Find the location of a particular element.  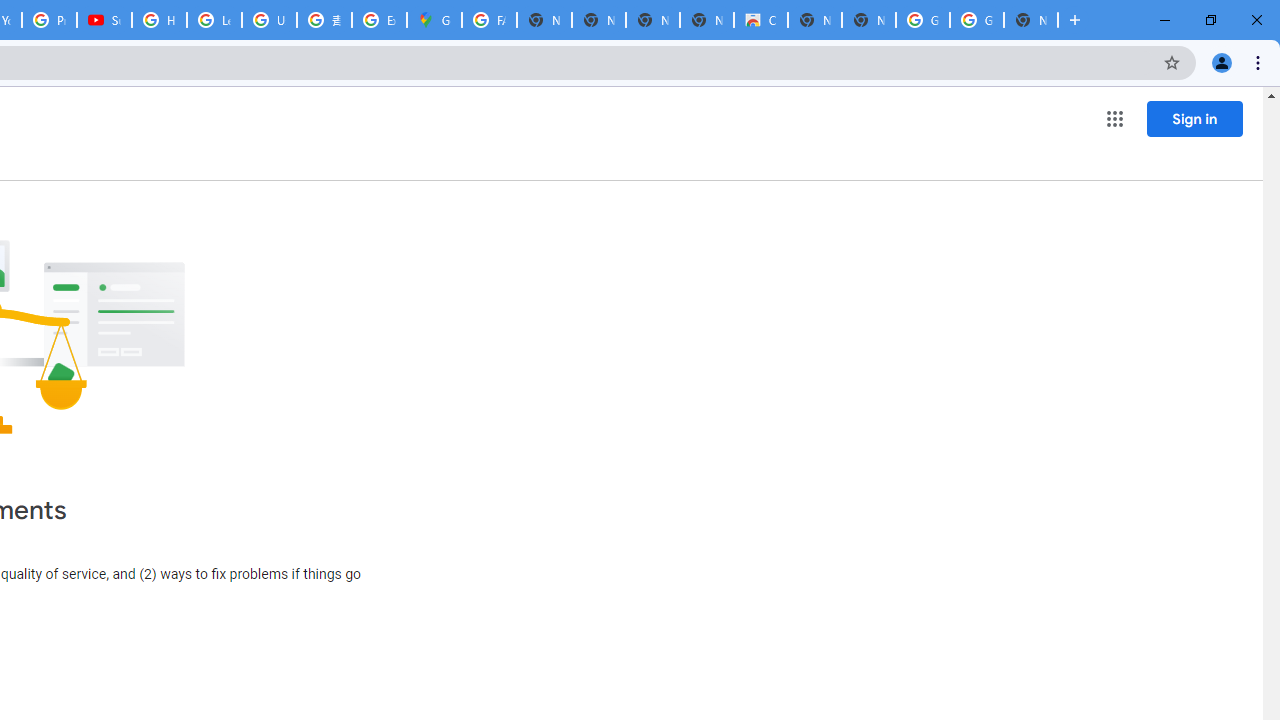

'How Chrome protects your passwords - Google Chrome Help' is located at coordinates (158, 20).